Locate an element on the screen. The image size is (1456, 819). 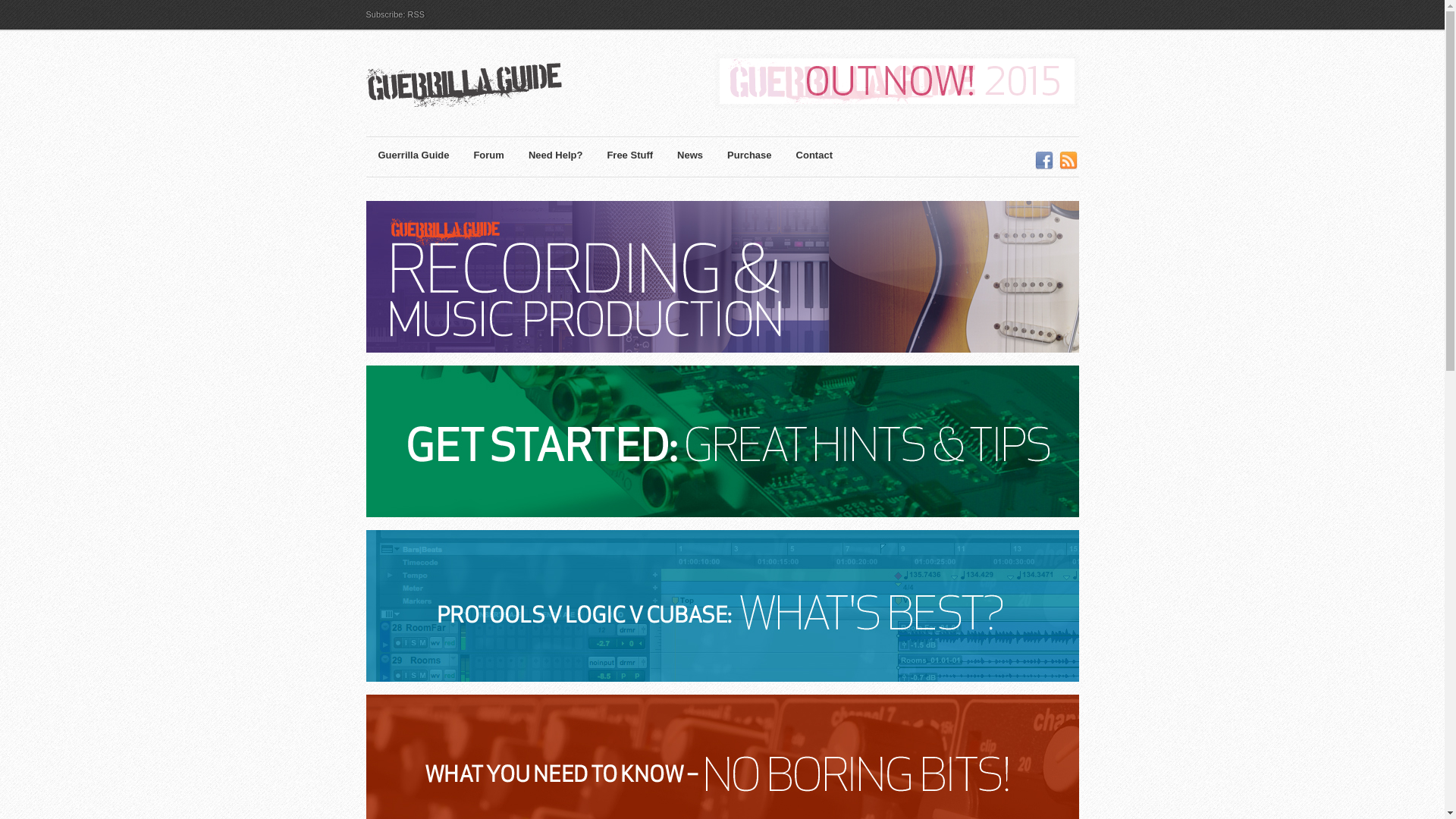
'Purchase' is located at coordinates (749, 157).